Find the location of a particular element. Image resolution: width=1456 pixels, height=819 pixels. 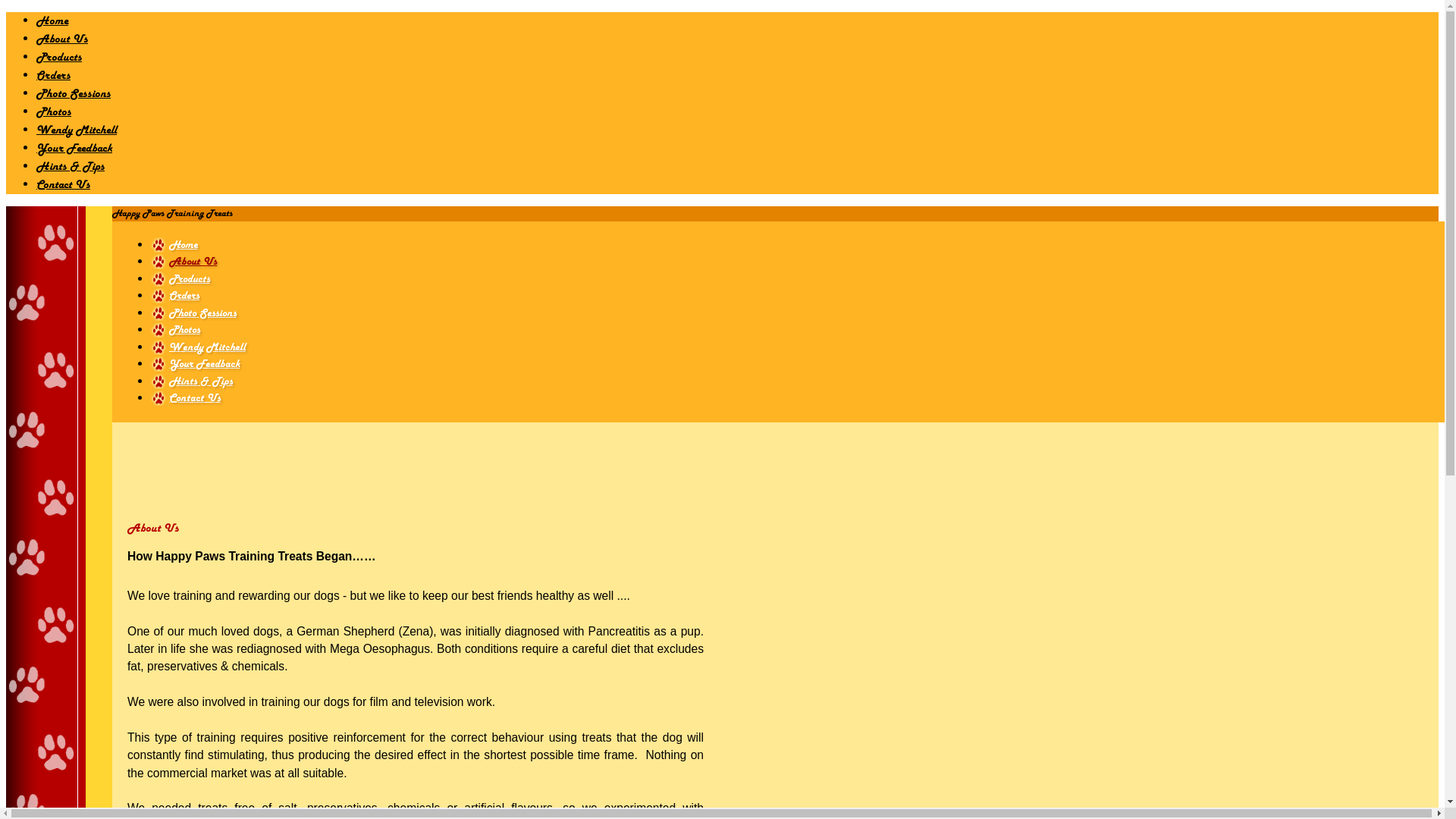

'Home' is located at coordinates (174, 243).